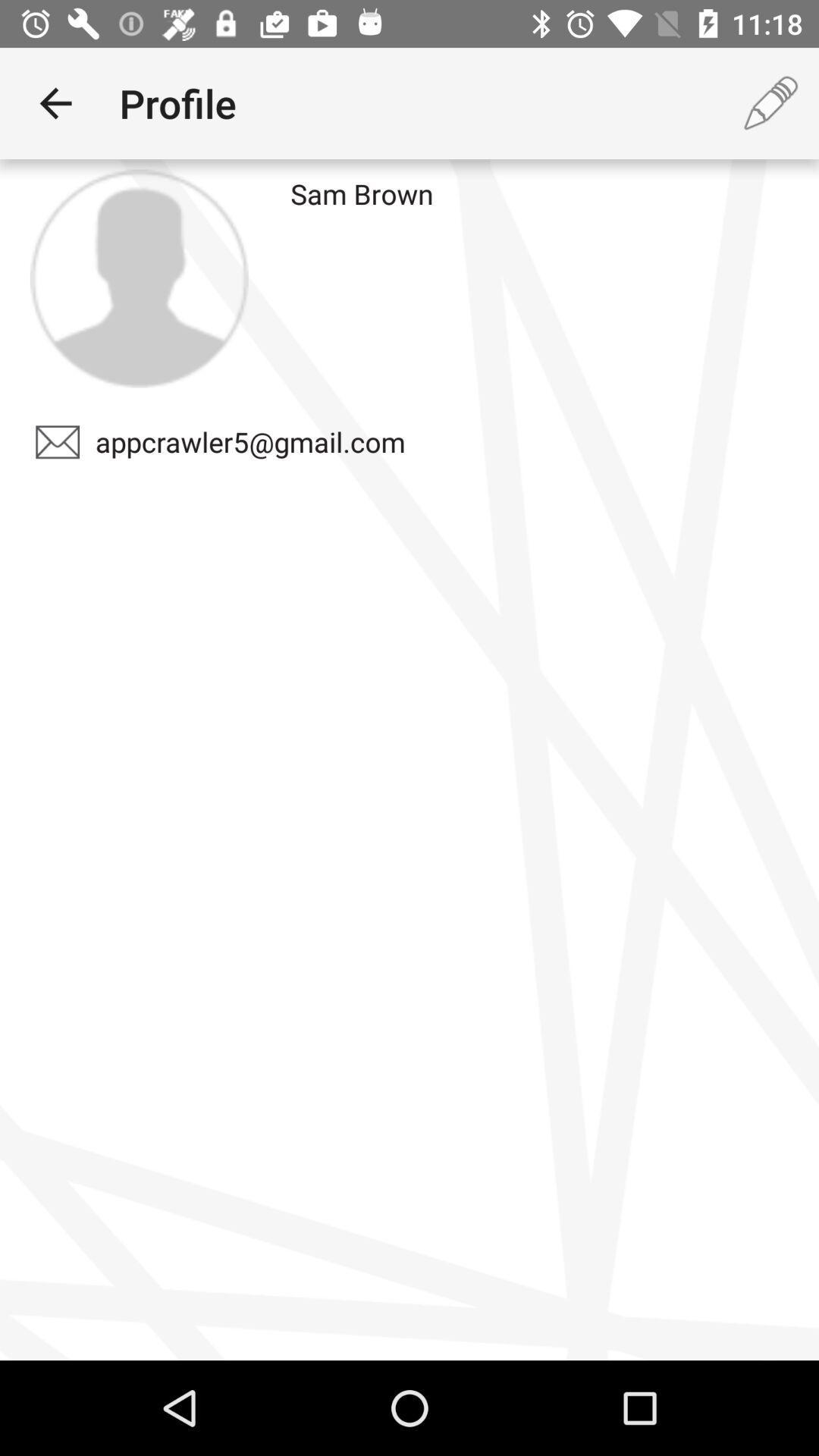 The height and width of the screenshot is (1456, 819). Describe the element at coordinates (55, 102) in the screenshot. I see `item to the left of profile` at that location.